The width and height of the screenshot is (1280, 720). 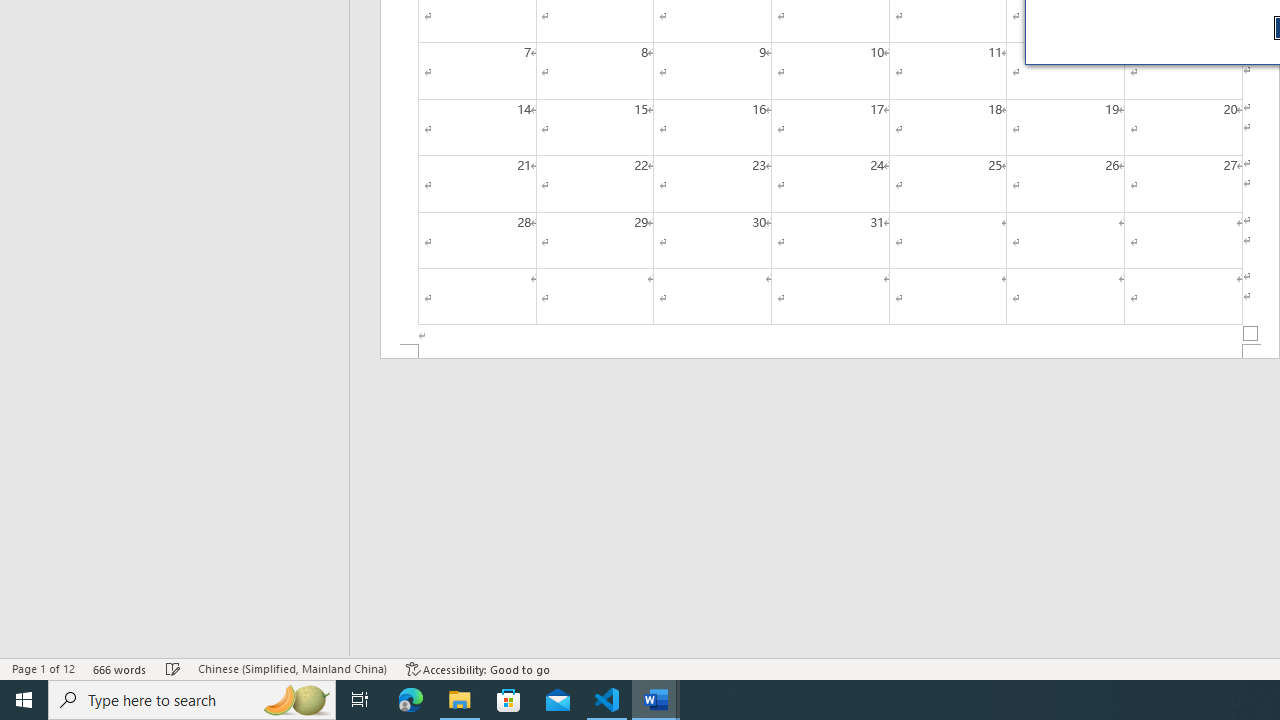 What do you see at coordinates (509, 698) in the screenshot?
I see `'Microsoft Store'` at bounding box center [509, 698].